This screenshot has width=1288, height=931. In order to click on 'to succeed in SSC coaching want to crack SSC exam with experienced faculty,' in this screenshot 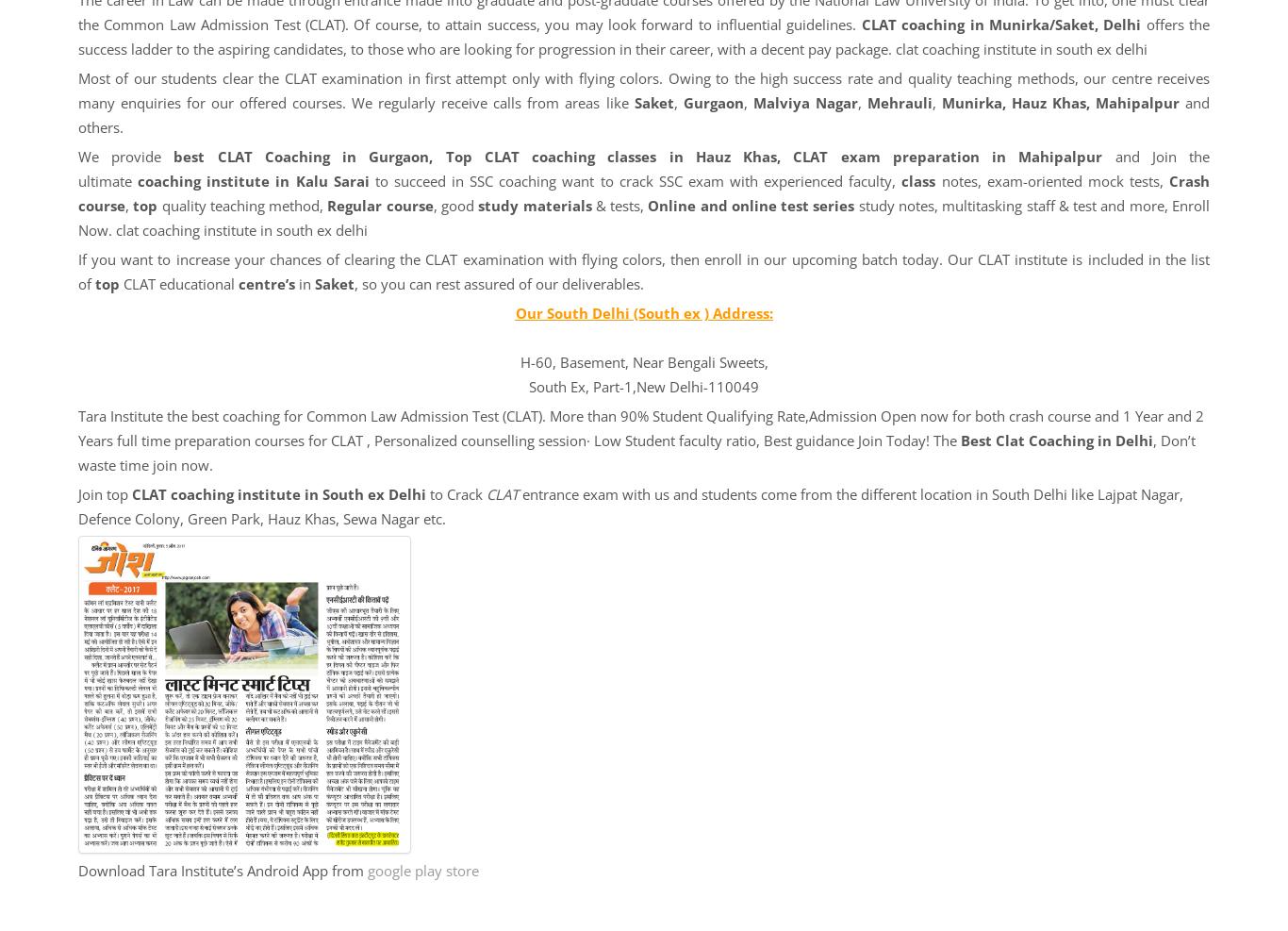, I will do `click(634, 179)`.